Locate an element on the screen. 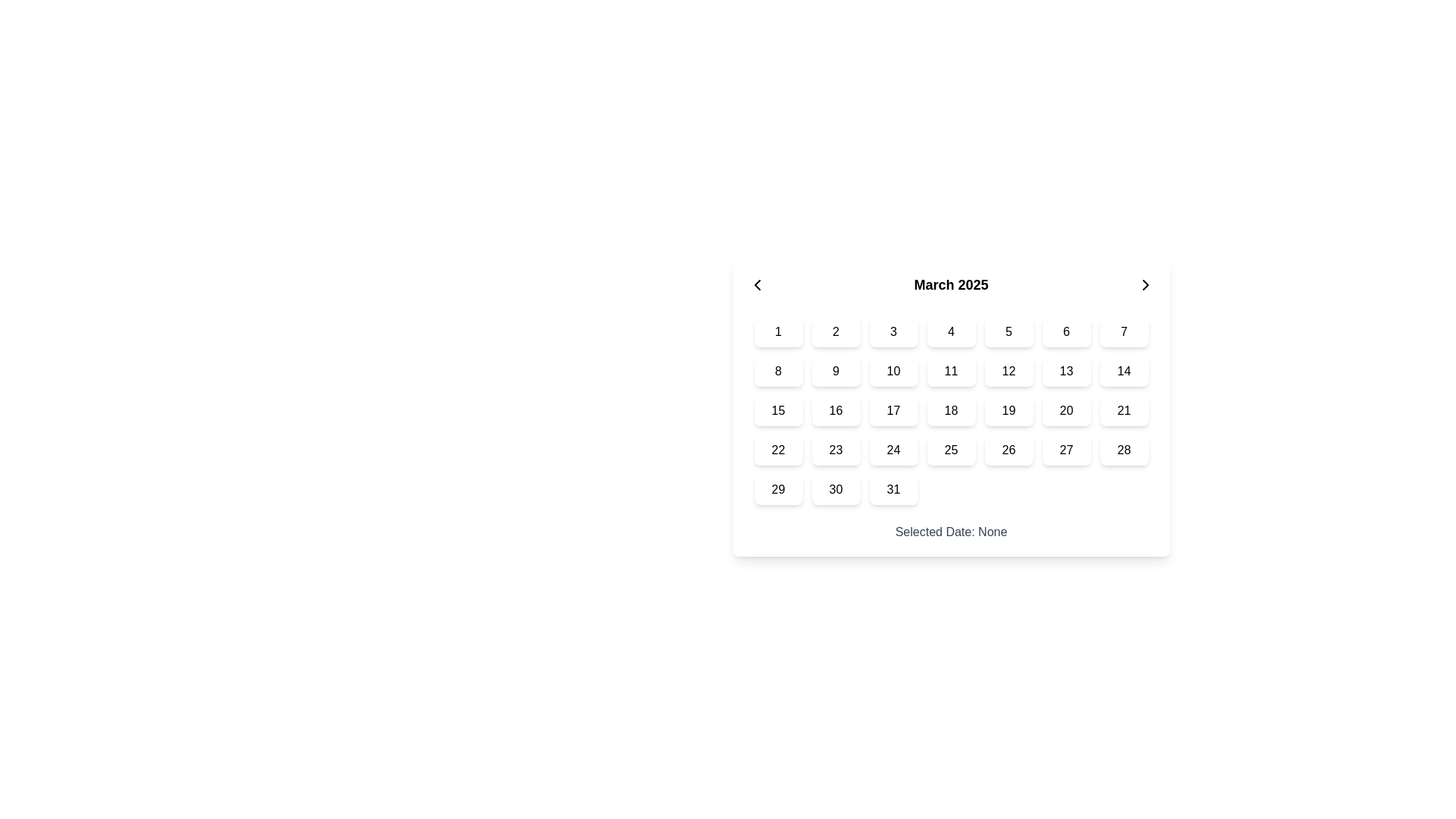 The image size is (1456, 819). the button displaying the number '4' in the calendar grid is located at coordinates (950, 331).